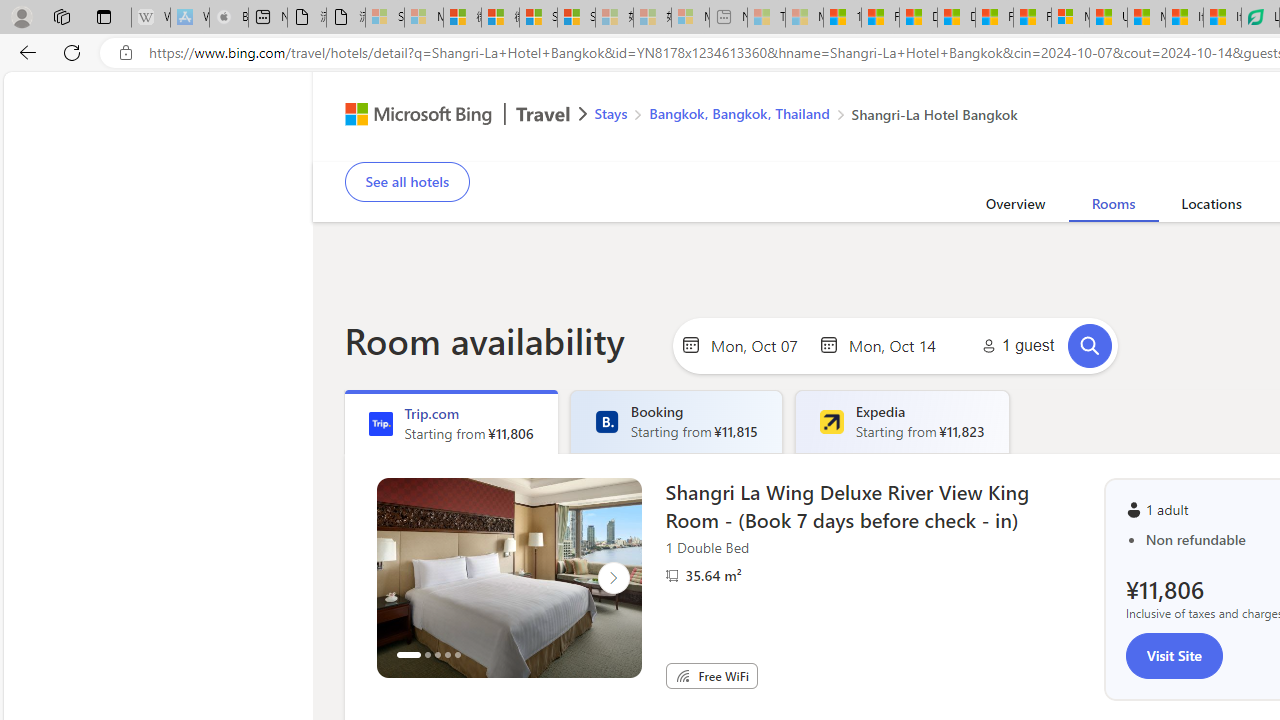  What do you see at coordinates (880, 17) in the screenshot?
I see `'Food and Drink - MSN'` at bounding box center [880, 17].